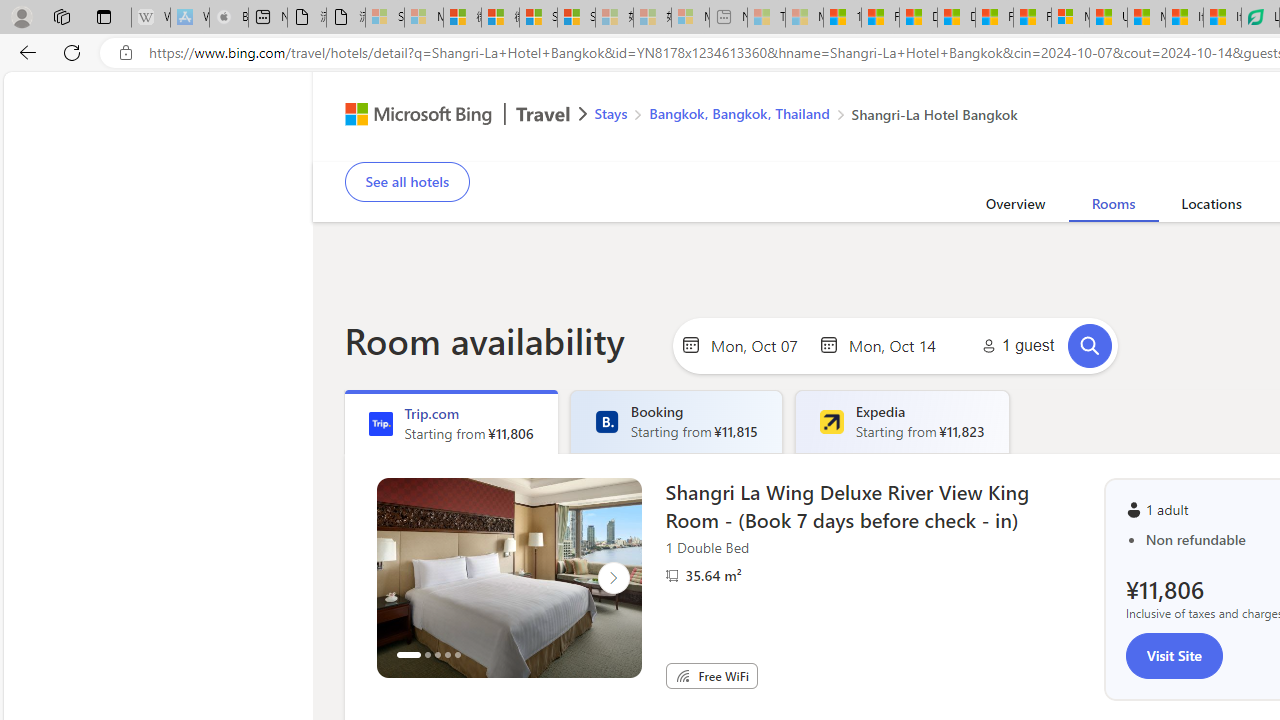  What do you see at coordinates (880, 17) in the screenshot?
I see `'Food and Drink - MSN'` at bounding box center [880, 17].